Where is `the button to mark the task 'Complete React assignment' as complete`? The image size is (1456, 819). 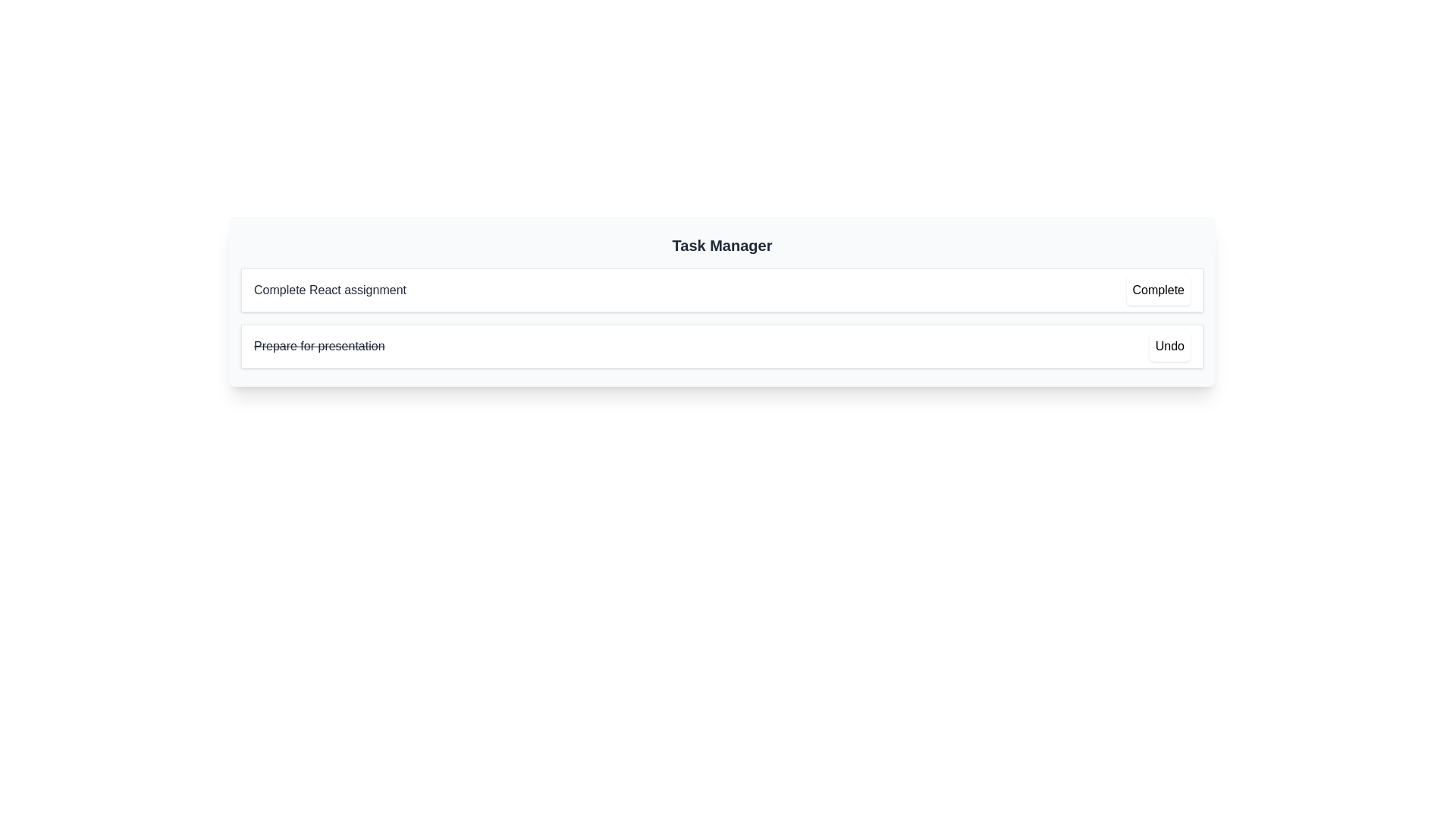 the button to mark the task 'Complete React assignment' as complete is located at coordinates (1157, 290).